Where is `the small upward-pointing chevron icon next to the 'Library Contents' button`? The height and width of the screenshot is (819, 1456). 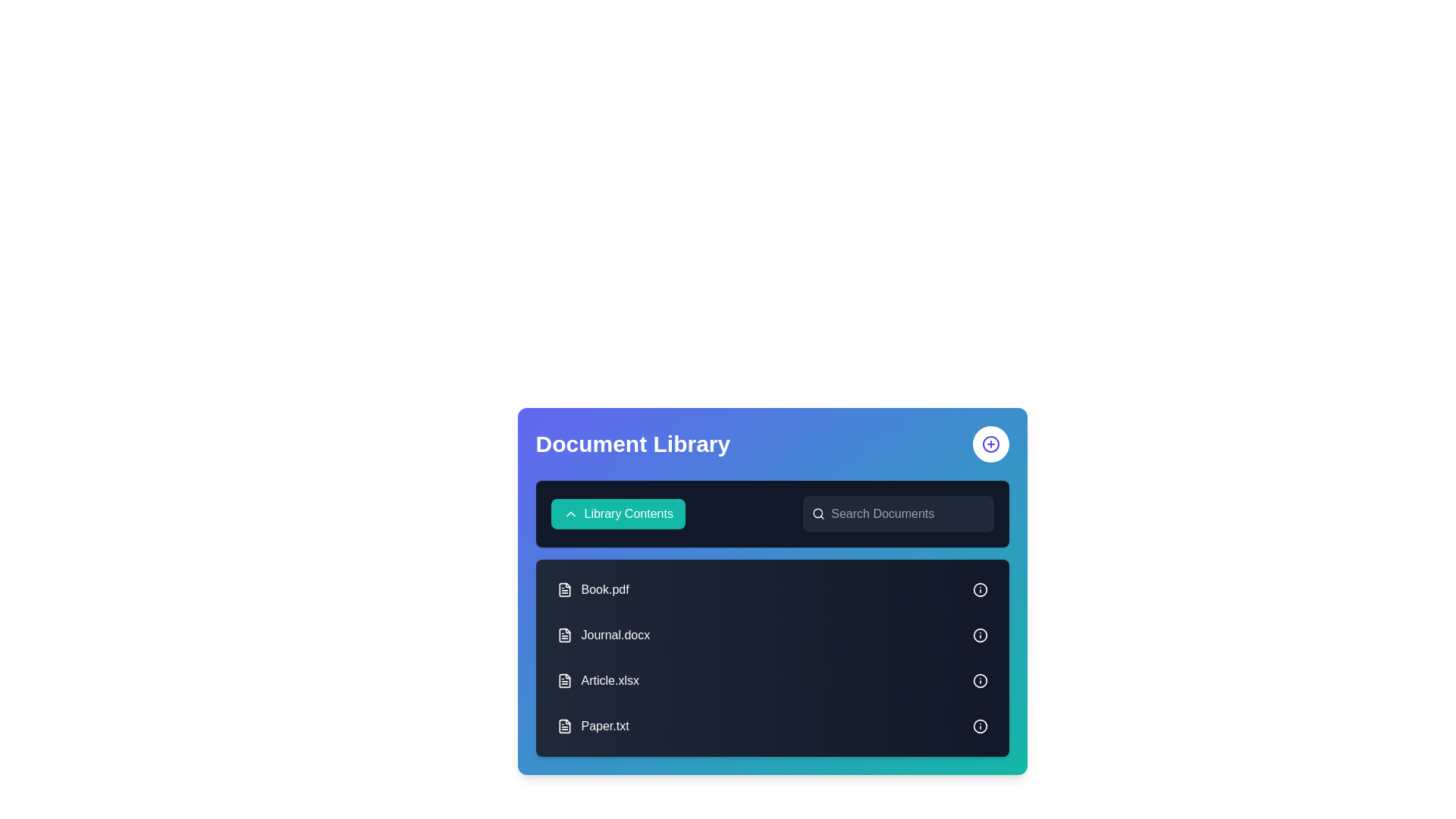
the small upward-pointing chevron icon next to the 'Library Contents' button is located at coordinates (570, 513).